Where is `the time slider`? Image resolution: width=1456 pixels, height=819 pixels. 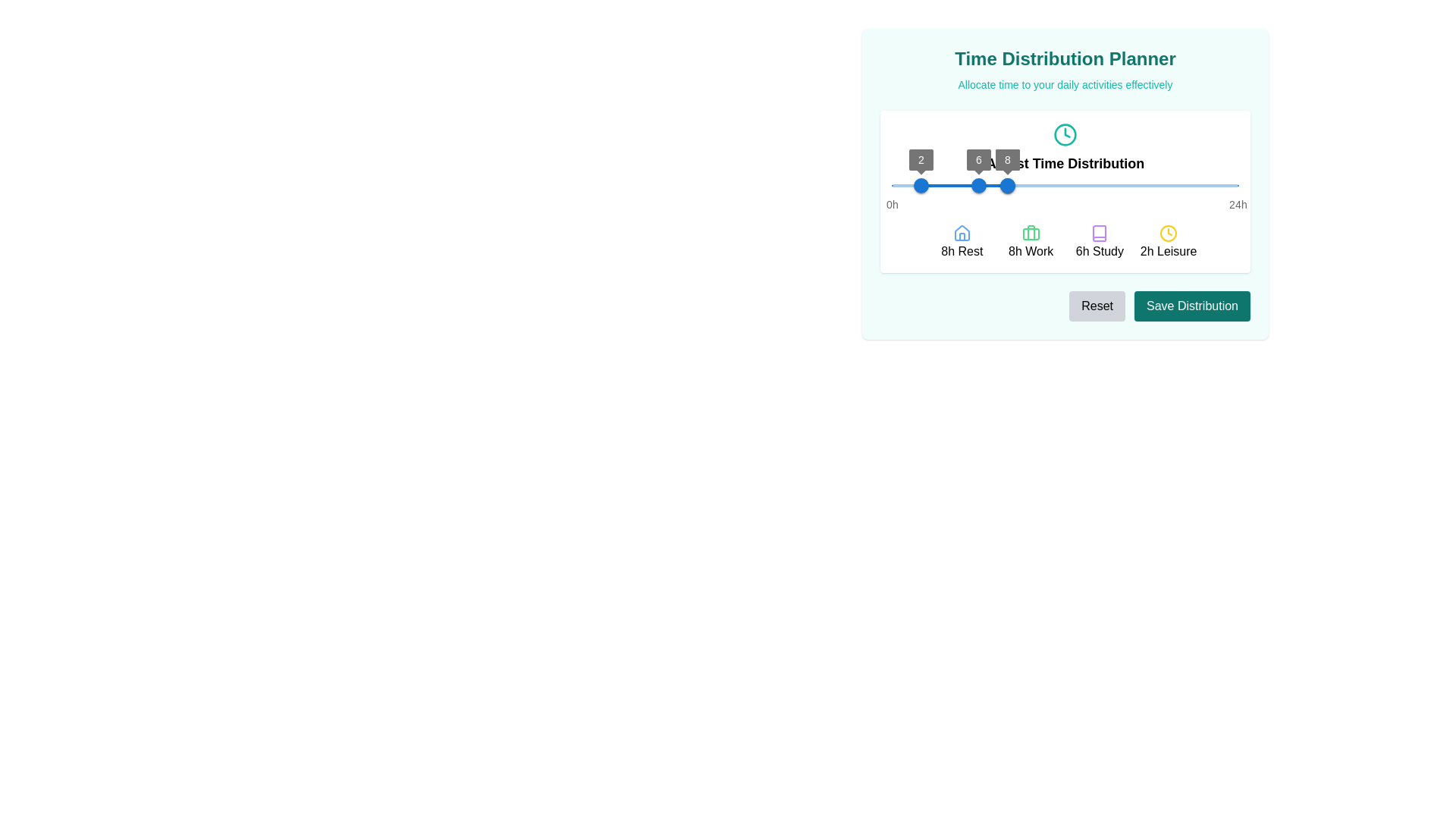
the time slider is located at coordinates (982, 185).